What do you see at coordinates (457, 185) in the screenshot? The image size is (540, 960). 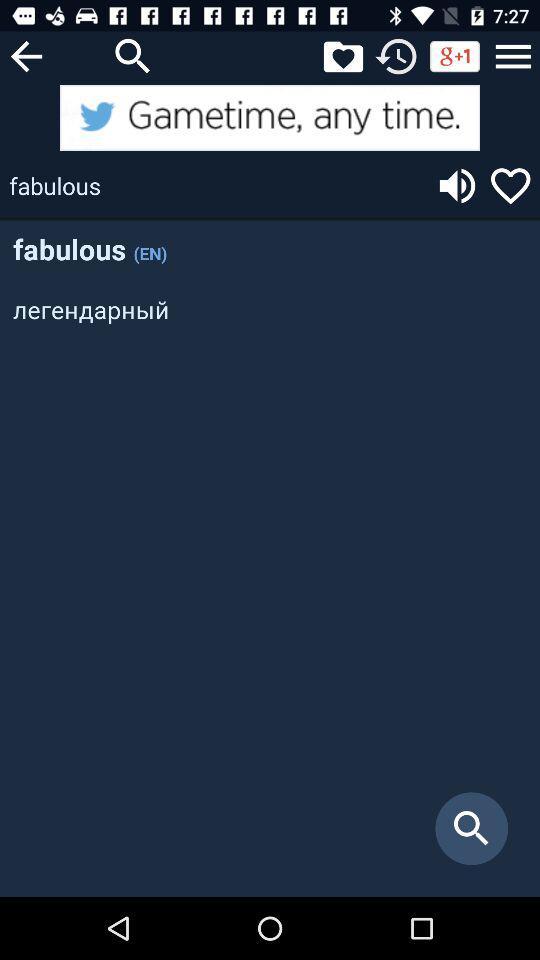 I see `speak the word` at bounding box center [457, 185].